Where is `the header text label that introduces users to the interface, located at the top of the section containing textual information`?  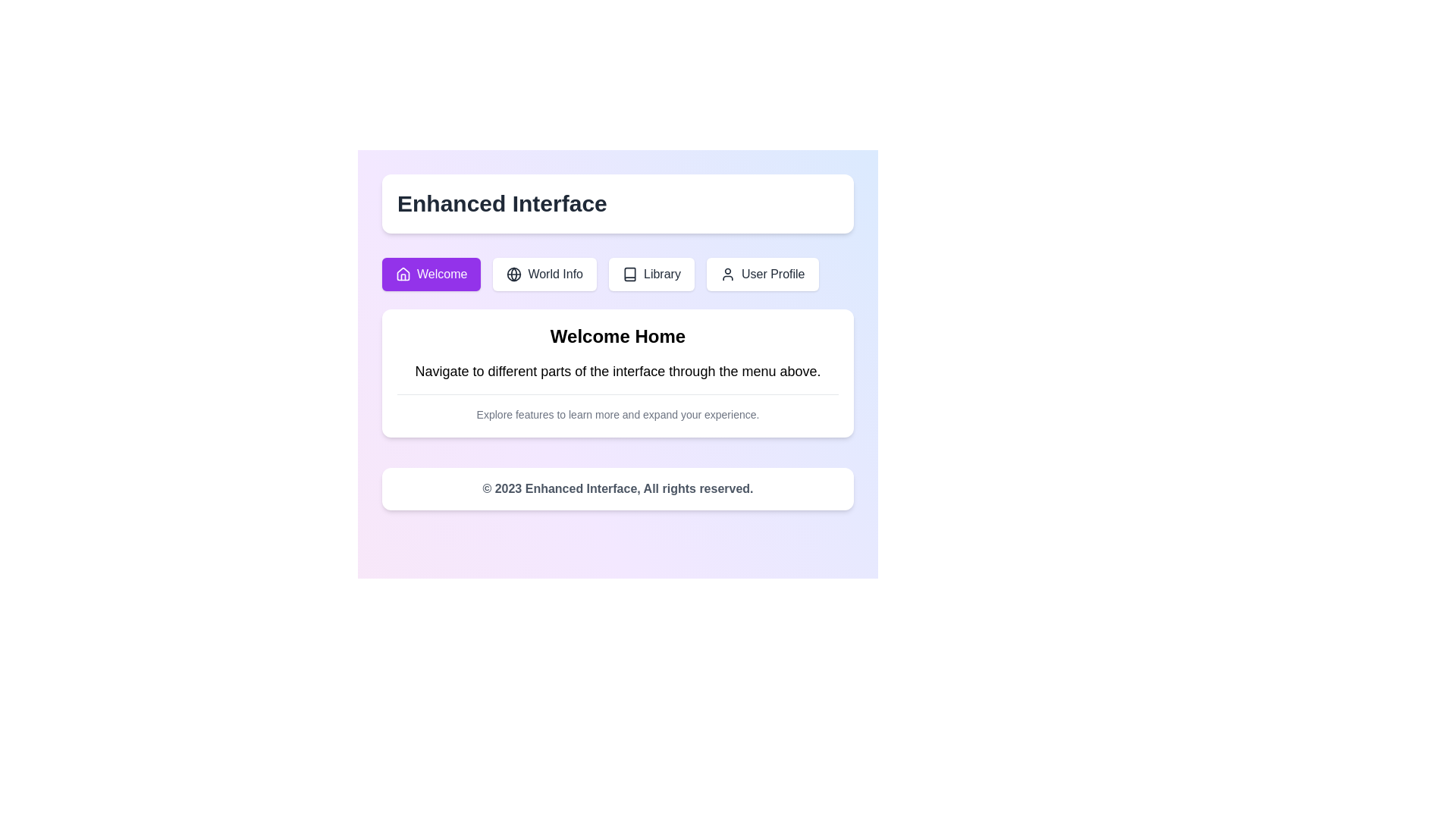
the header text label that introduces users to the interface, located at the top of the section containing textual information is located at coordinates (618, 335).